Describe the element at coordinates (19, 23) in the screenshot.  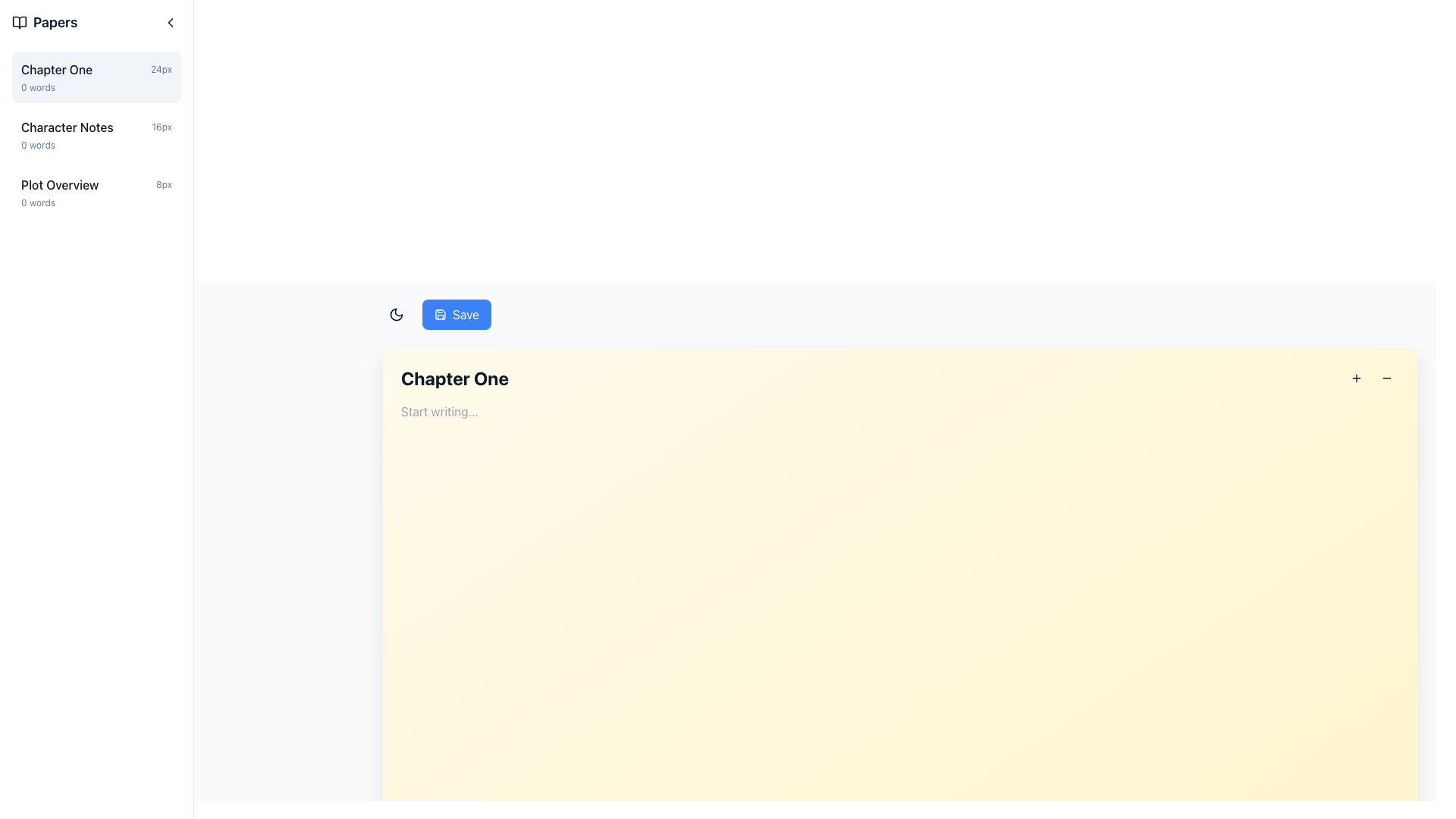
I see `the small open book icon located at the top-left corner of the user interface, next to the 'Papers' label` at that location.